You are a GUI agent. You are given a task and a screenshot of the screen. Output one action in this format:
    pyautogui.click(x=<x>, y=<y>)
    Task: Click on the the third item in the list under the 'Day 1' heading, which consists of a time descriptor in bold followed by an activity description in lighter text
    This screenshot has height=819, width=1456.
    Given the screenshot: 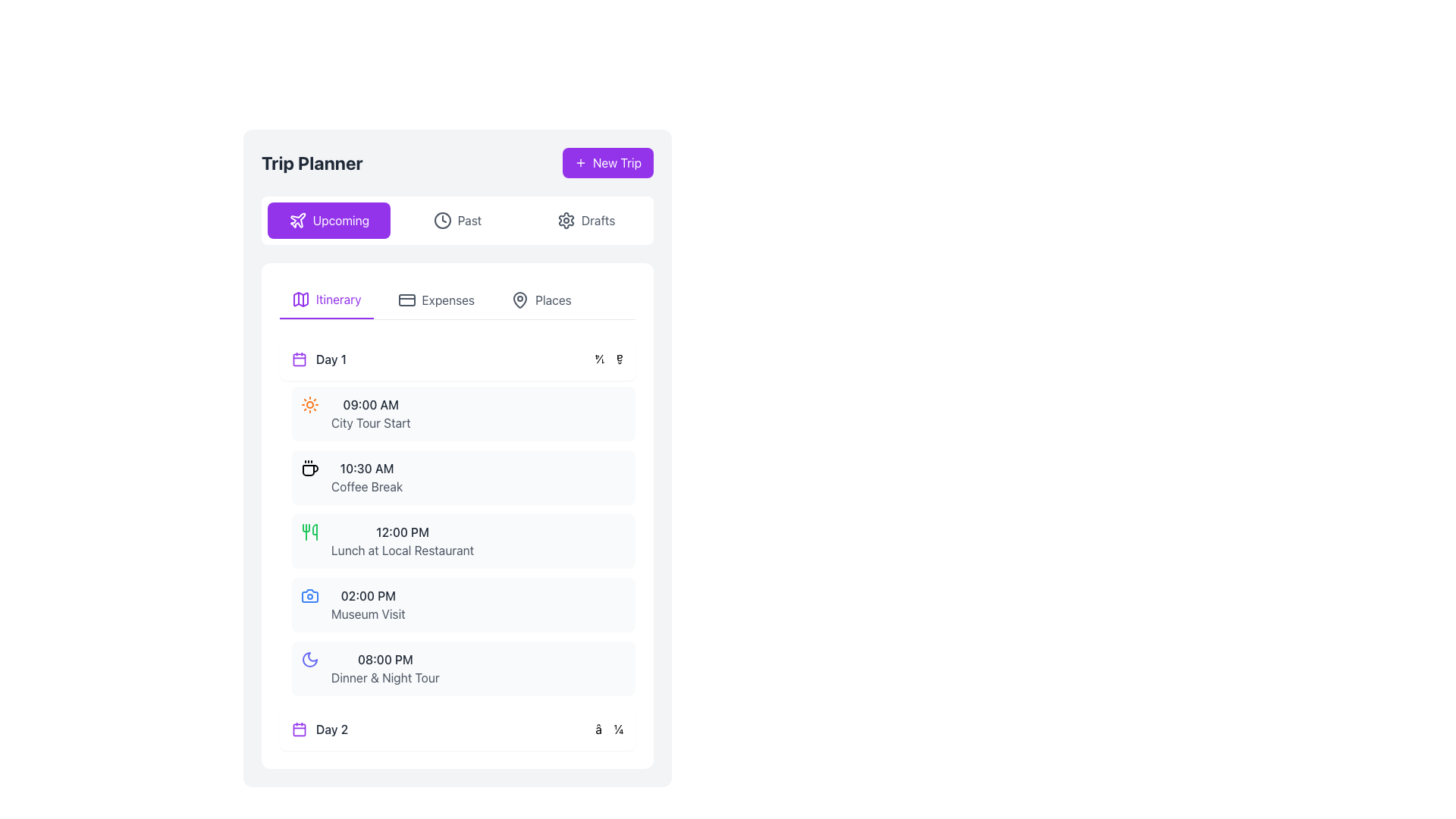 What is the action you would take?
    pyautogui.click(x=463, y=540)
    